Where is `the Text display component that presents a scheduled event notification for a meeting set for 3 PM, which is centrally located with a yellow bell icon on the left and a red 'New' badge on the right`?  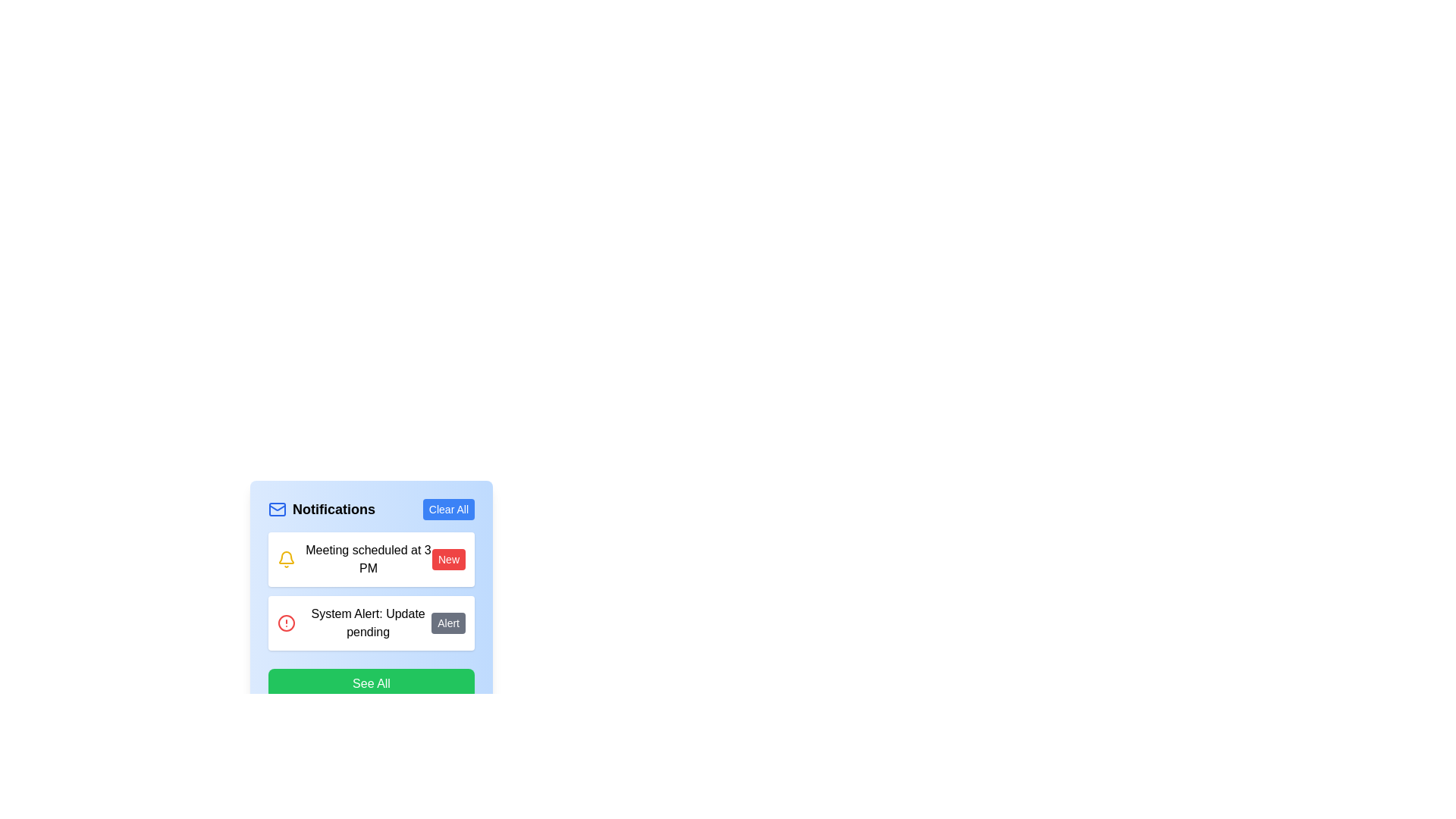
the Text display component that presents a scheduled event notification for a meeting set for 3 PM, which is centrally located with a yellow bell icon on the left and a red 'New' badge on the right is located at coordinates (368, 559).